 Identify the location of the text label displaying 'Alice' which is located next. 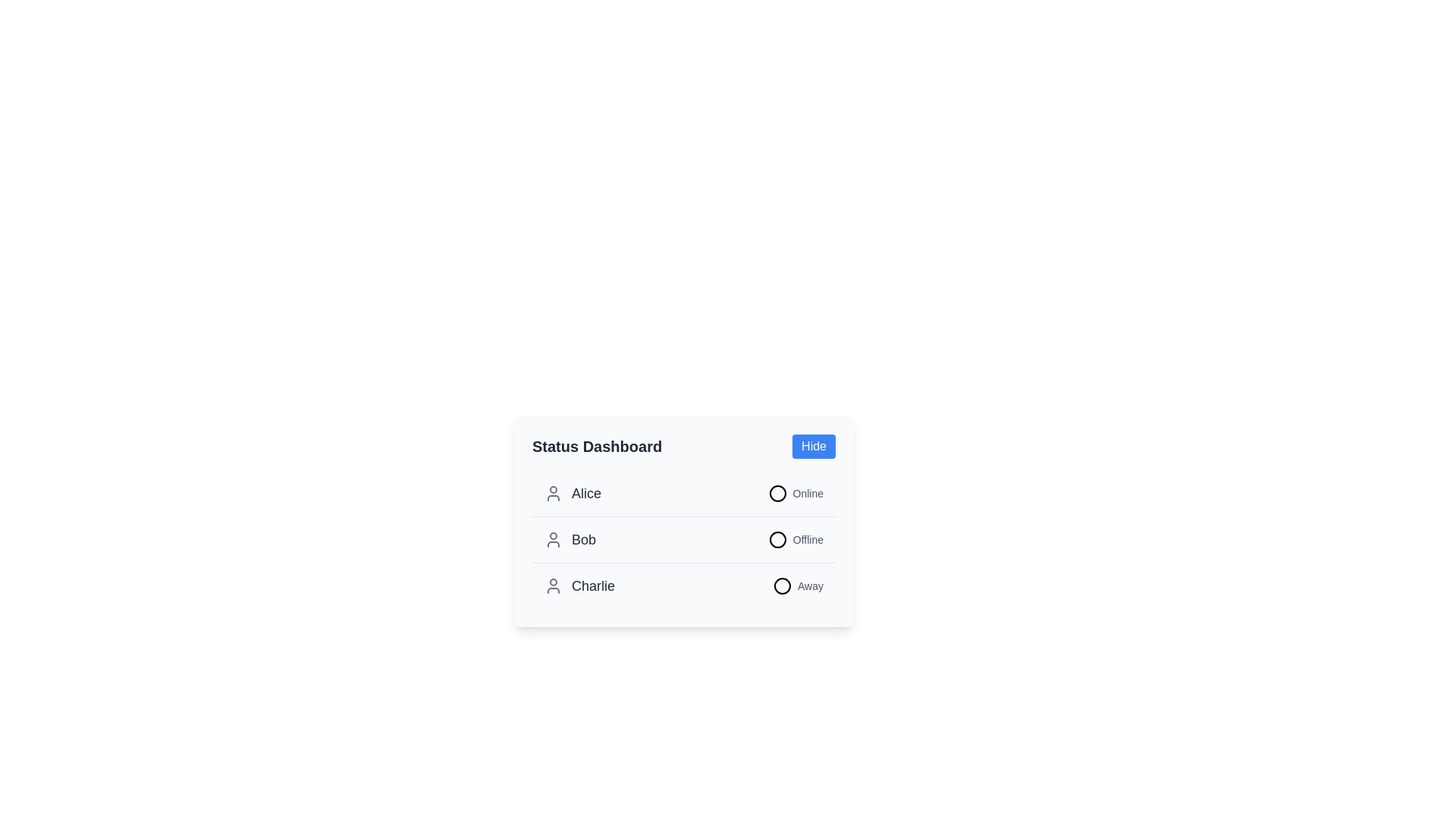
(585, 494).